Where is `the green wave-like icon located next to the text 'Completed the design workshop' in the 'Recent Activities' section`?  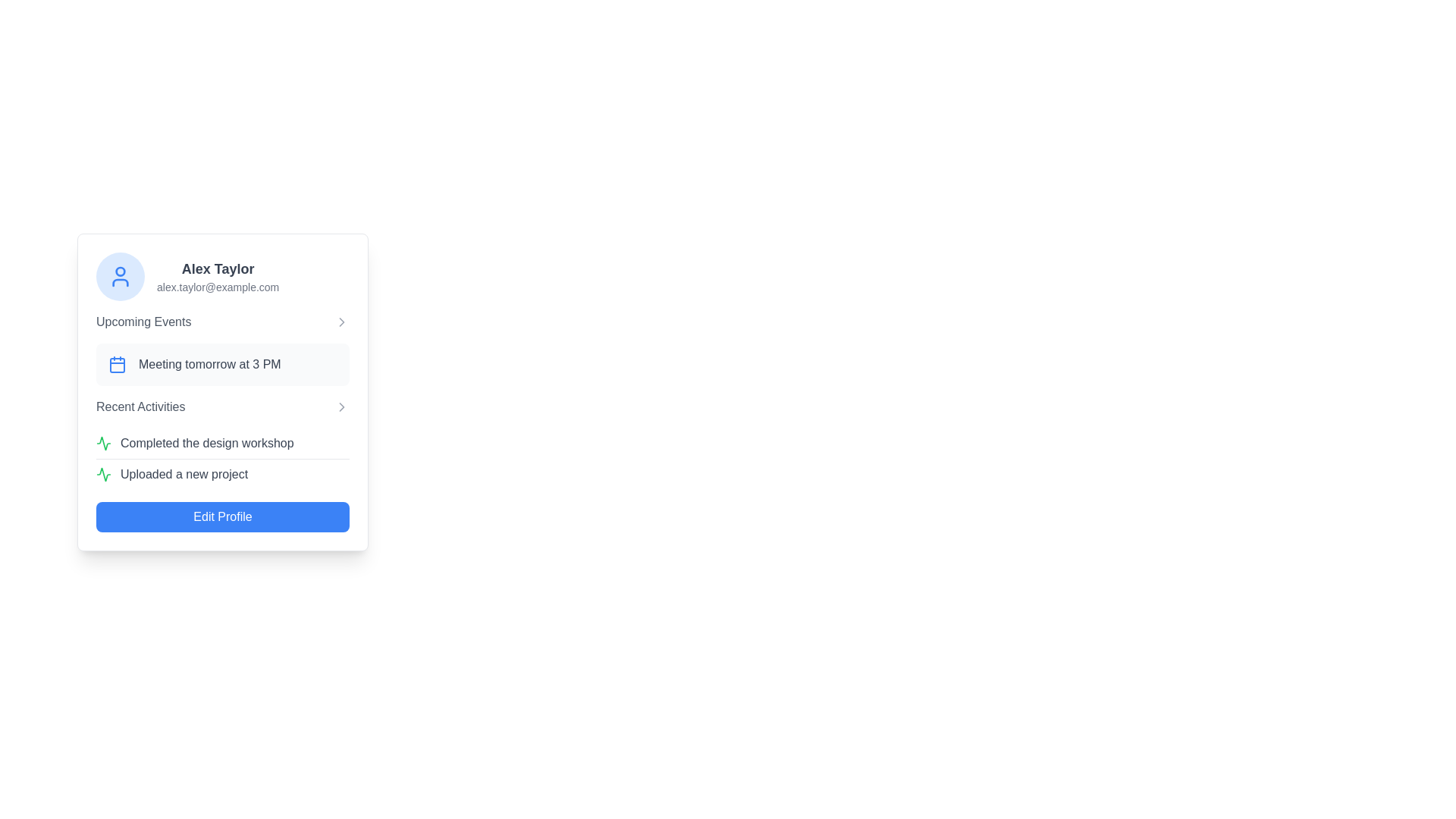 the green wave-like icon located next to the text 'Completed the design workshop' in the 'Recent Activities' section is located at coordinates (103, 473).